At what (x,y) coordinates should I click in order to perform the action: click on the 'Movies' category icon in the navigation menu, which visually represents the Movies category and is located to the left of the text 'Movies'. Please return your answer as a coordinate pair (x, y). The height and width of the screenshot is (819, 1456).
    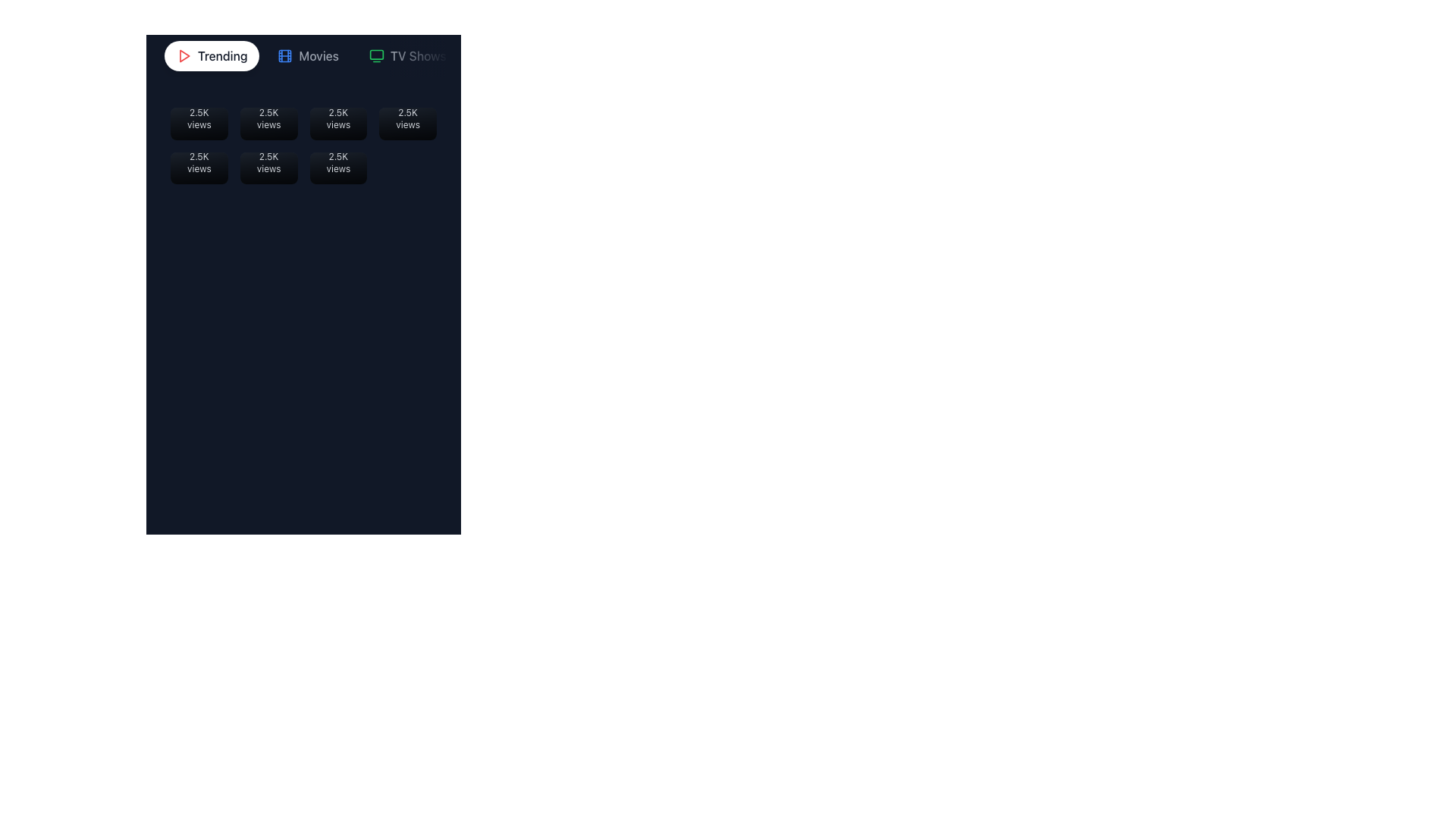
    Looking at the image, I should click on (285, 55).